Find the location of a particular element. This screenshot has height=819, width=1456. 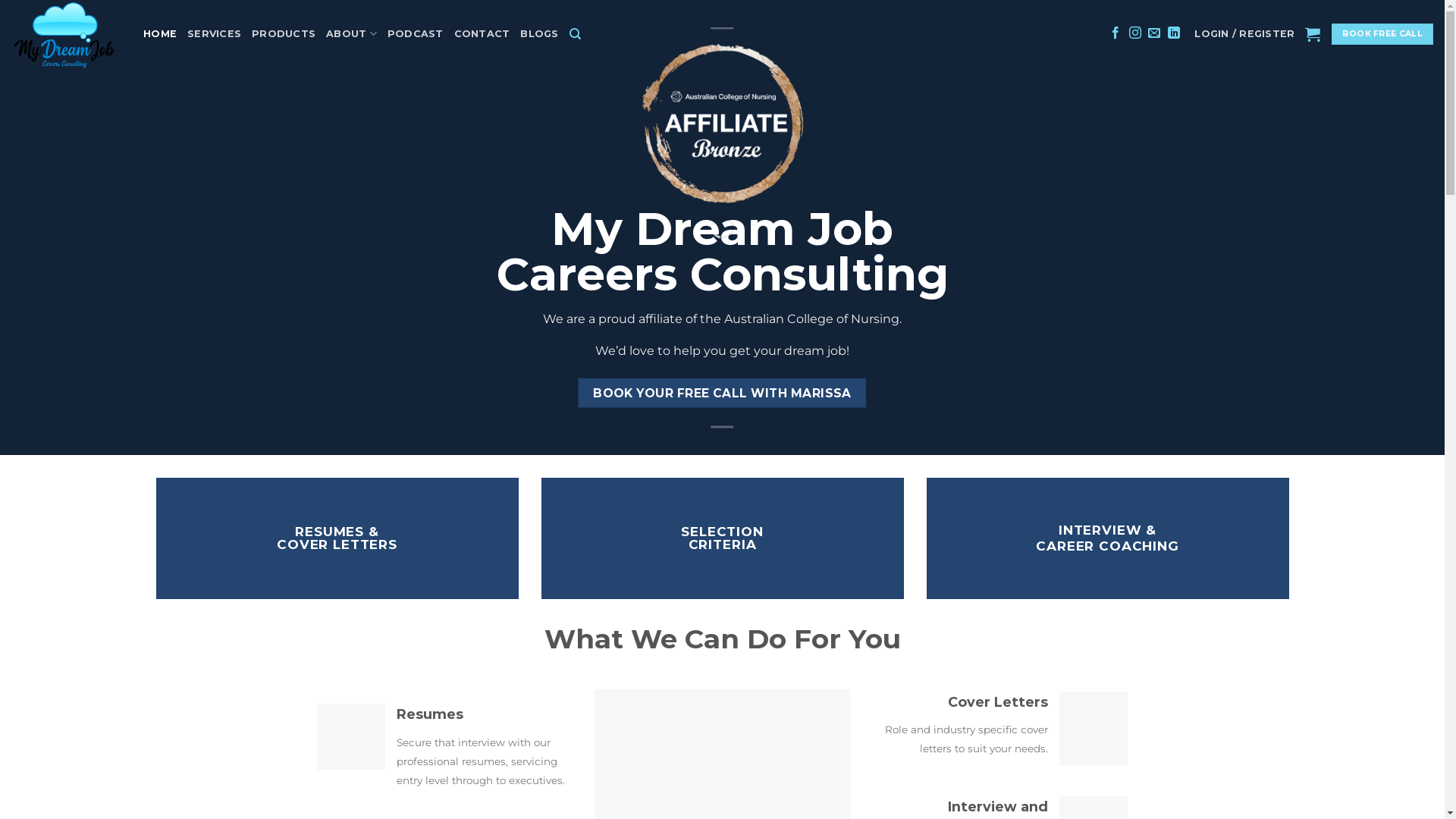

'BOOK YOUR FREE CALL WITH MARISSA' is located at coordinates (720, 392).